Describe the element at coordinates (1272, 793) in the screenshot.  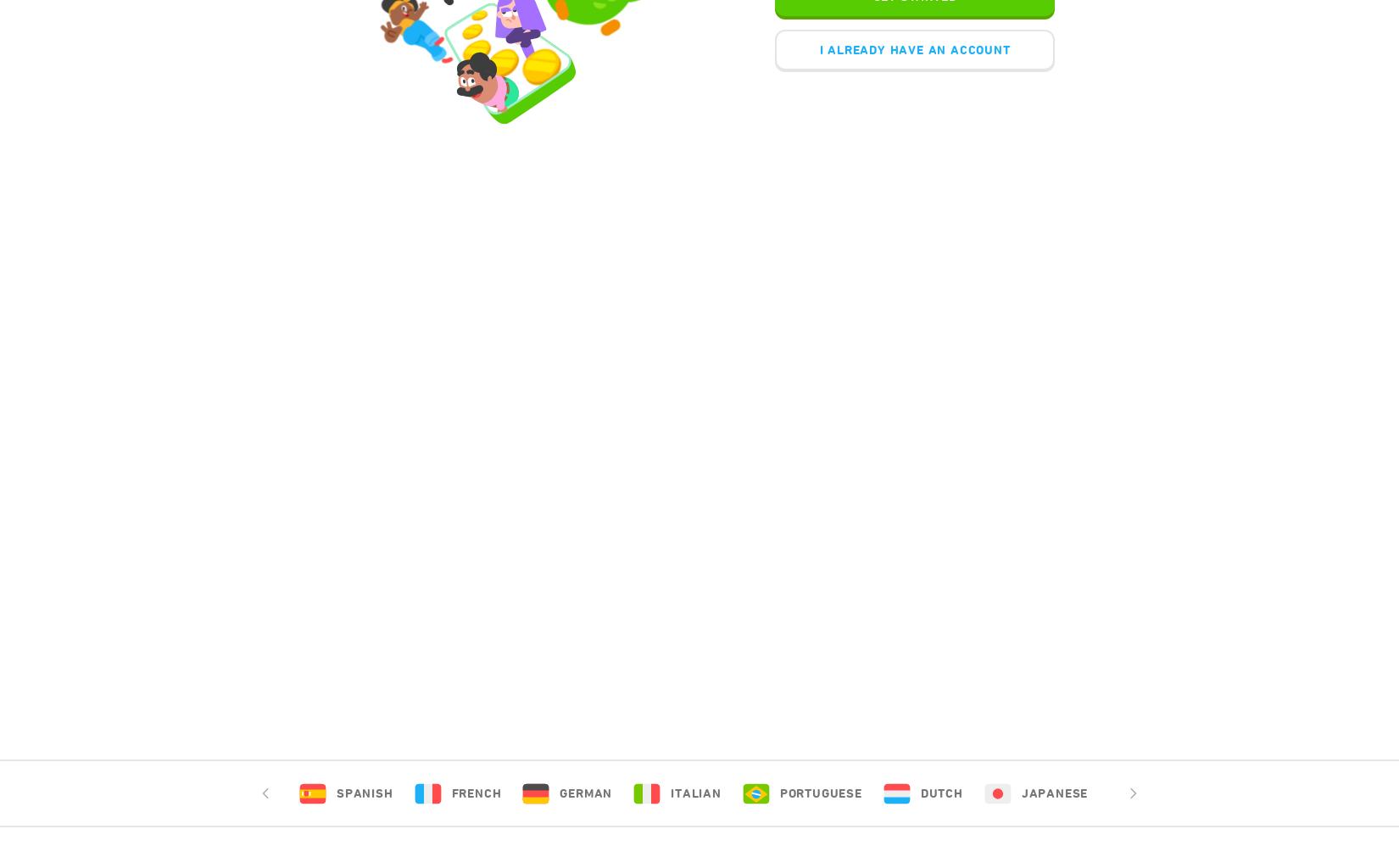
I see `'Czech'` at that location.